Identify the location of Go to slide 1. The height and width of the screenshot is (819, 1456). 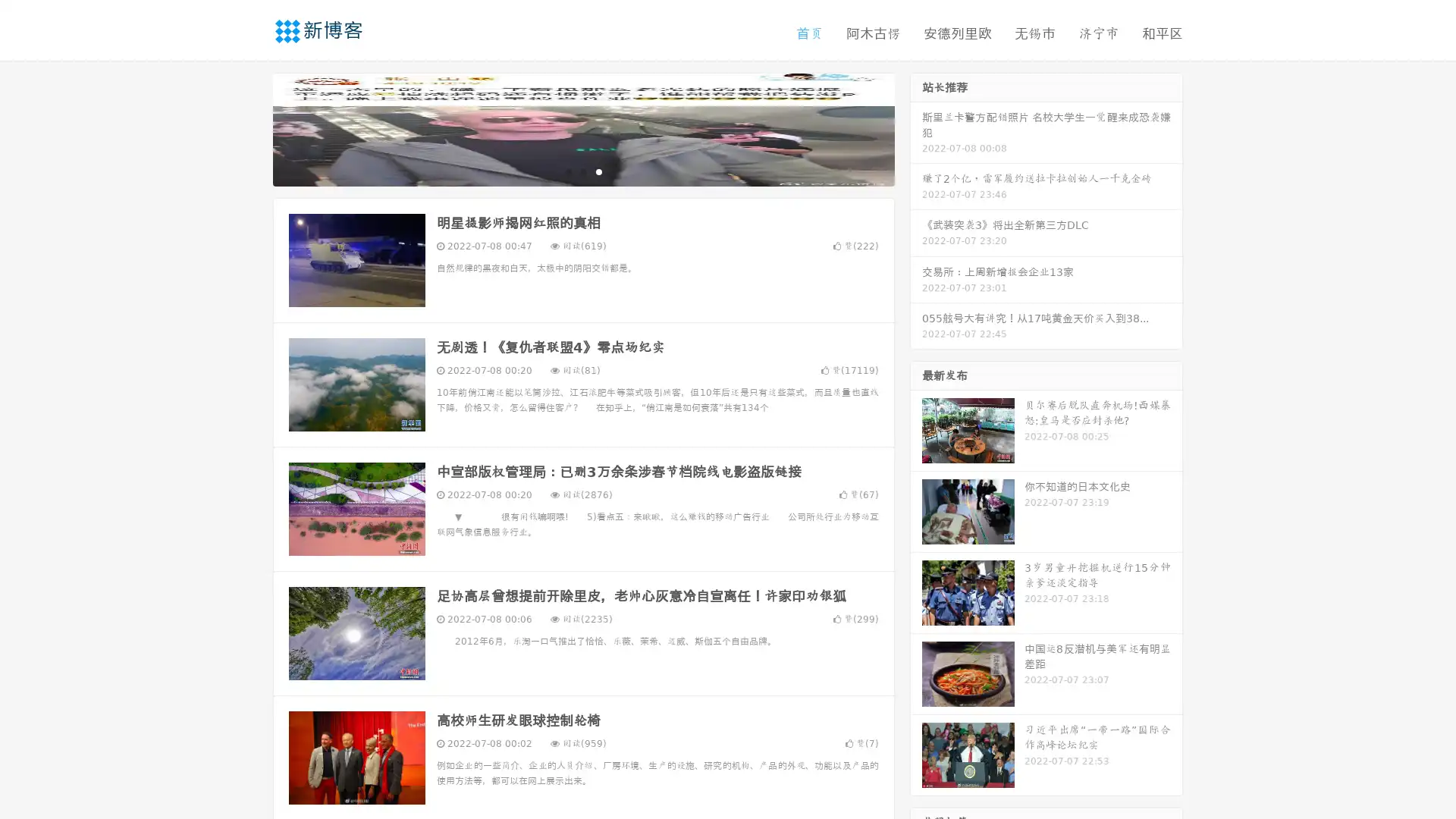
(567, 171).